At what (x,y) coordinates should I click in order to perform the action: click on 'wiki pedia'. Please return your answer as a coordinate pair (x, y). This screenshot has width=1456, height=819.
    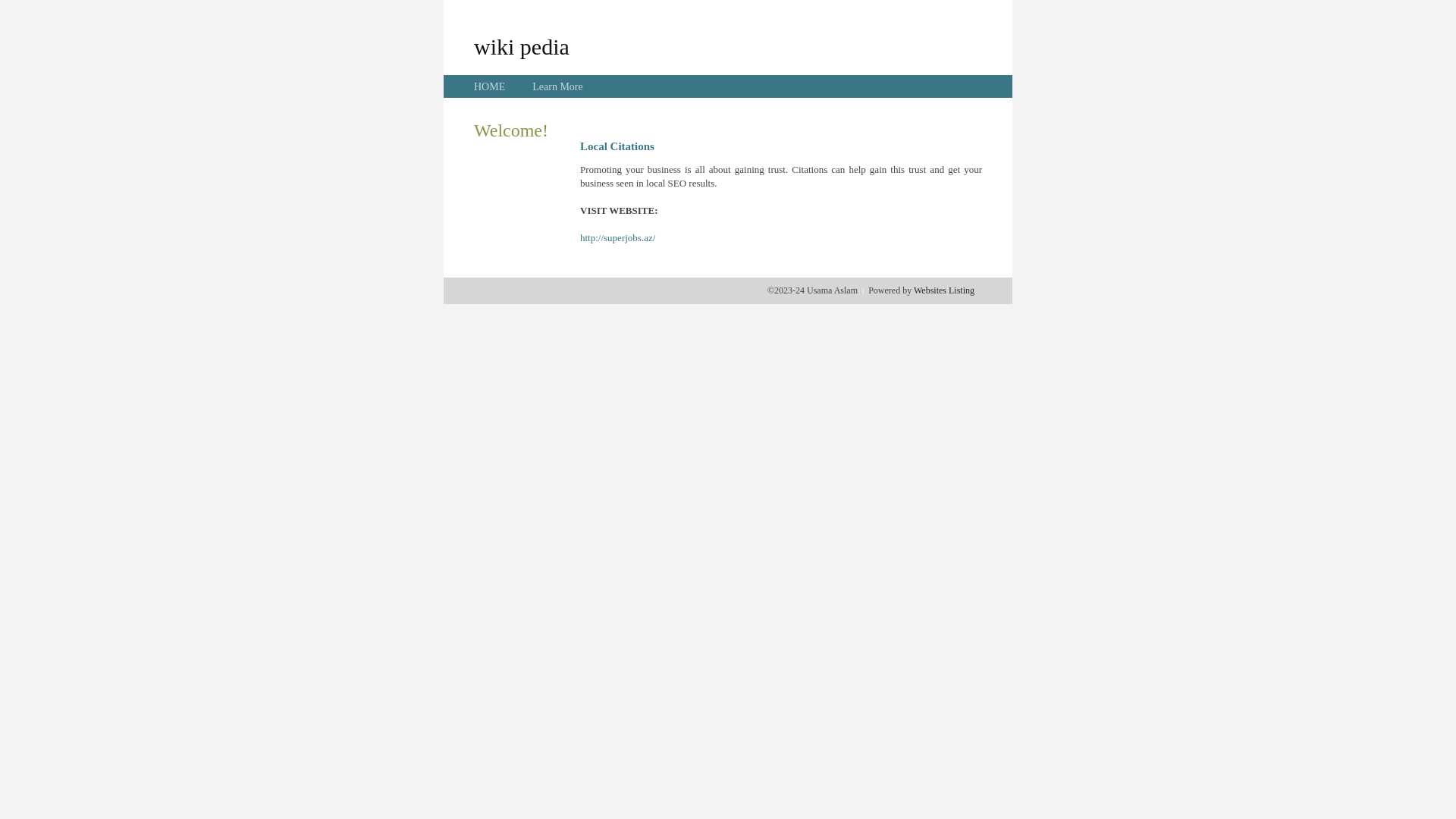
    Looking at the image, I should click on (521, 45).